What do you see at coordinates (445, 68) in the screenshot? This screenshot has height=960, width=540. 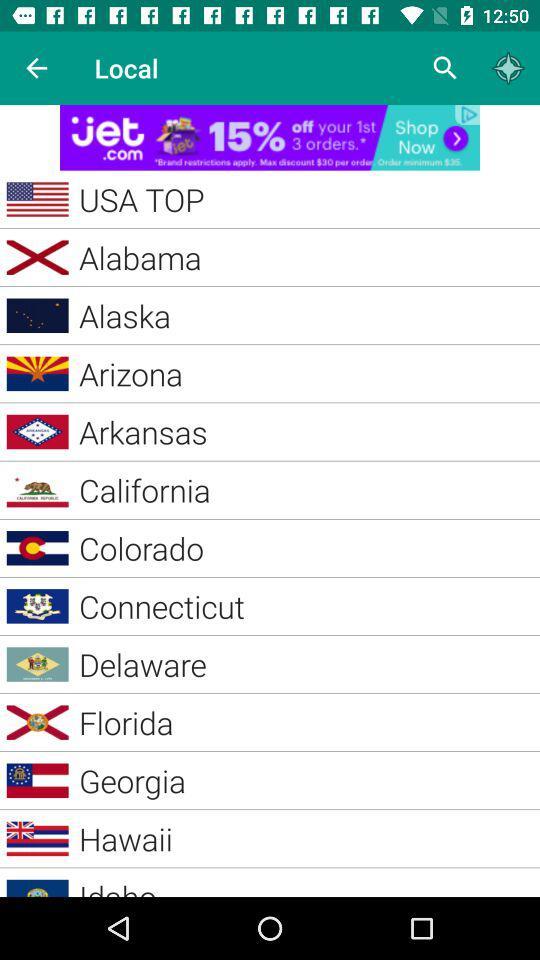 I see `search option` at bounding box center [445, 68].